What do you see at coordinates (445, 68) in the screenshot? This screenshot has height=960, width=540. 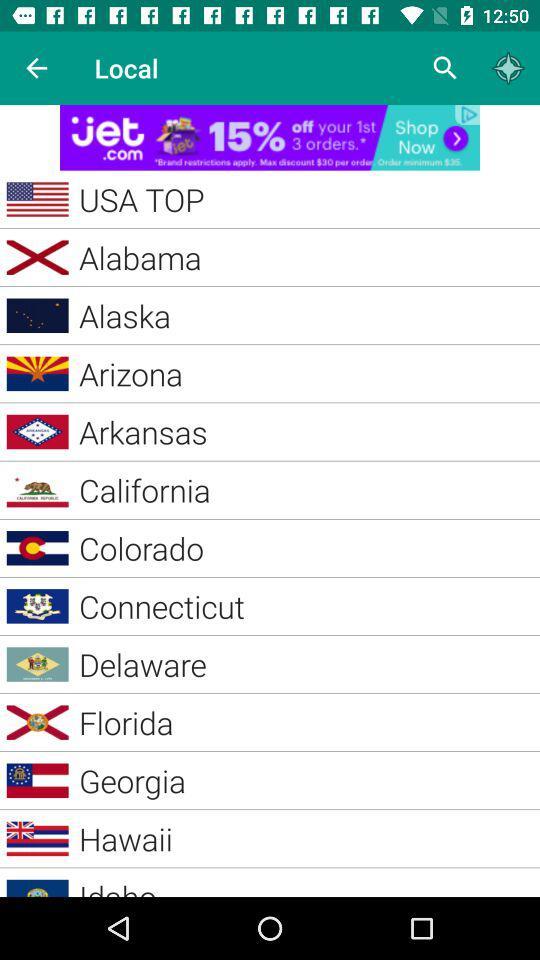 I see `search option` at bounding box center [445, 68].